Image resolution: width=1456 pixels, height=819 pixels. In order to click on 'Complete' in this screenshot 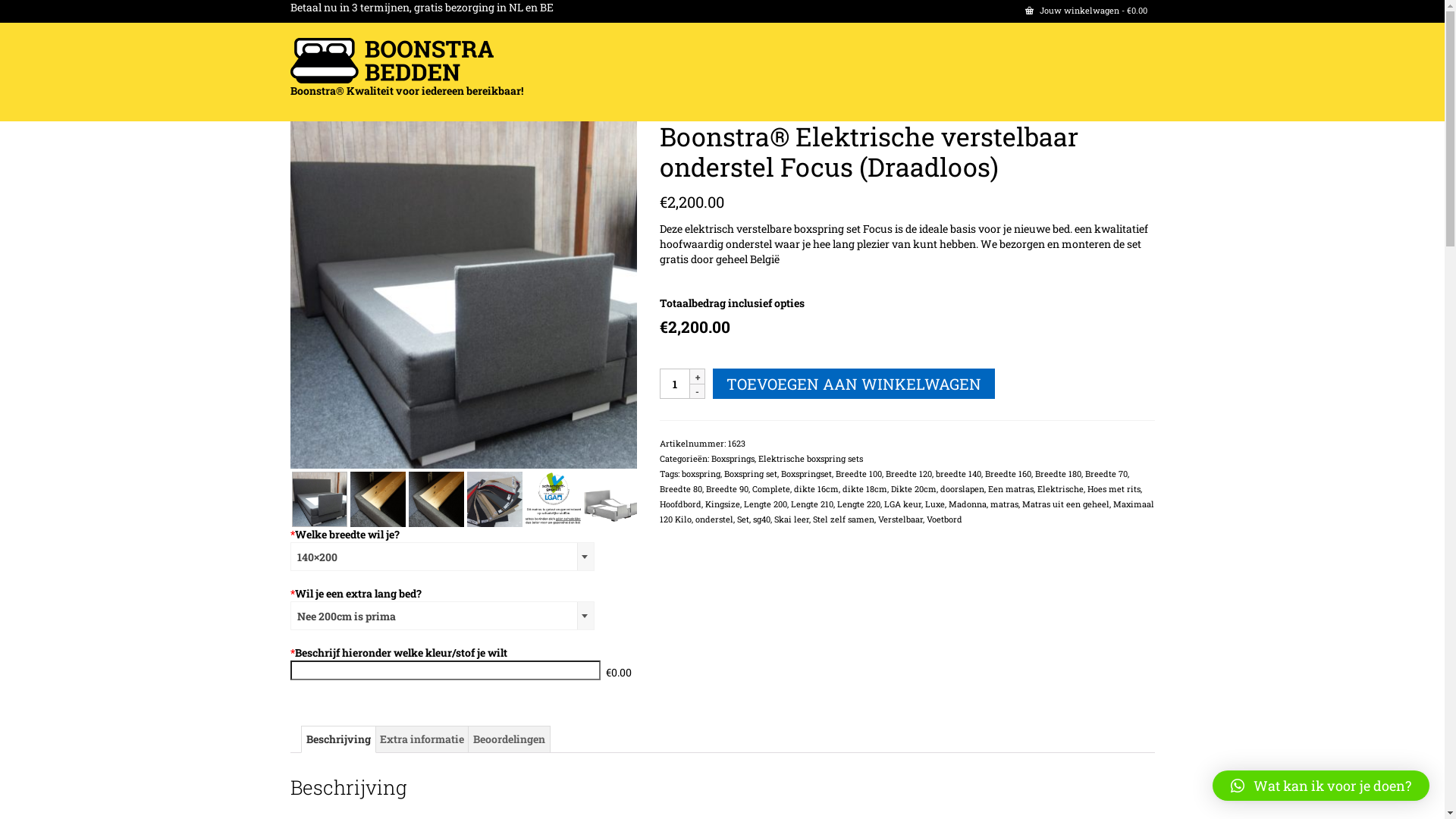, I will do `click(771, 488)`.